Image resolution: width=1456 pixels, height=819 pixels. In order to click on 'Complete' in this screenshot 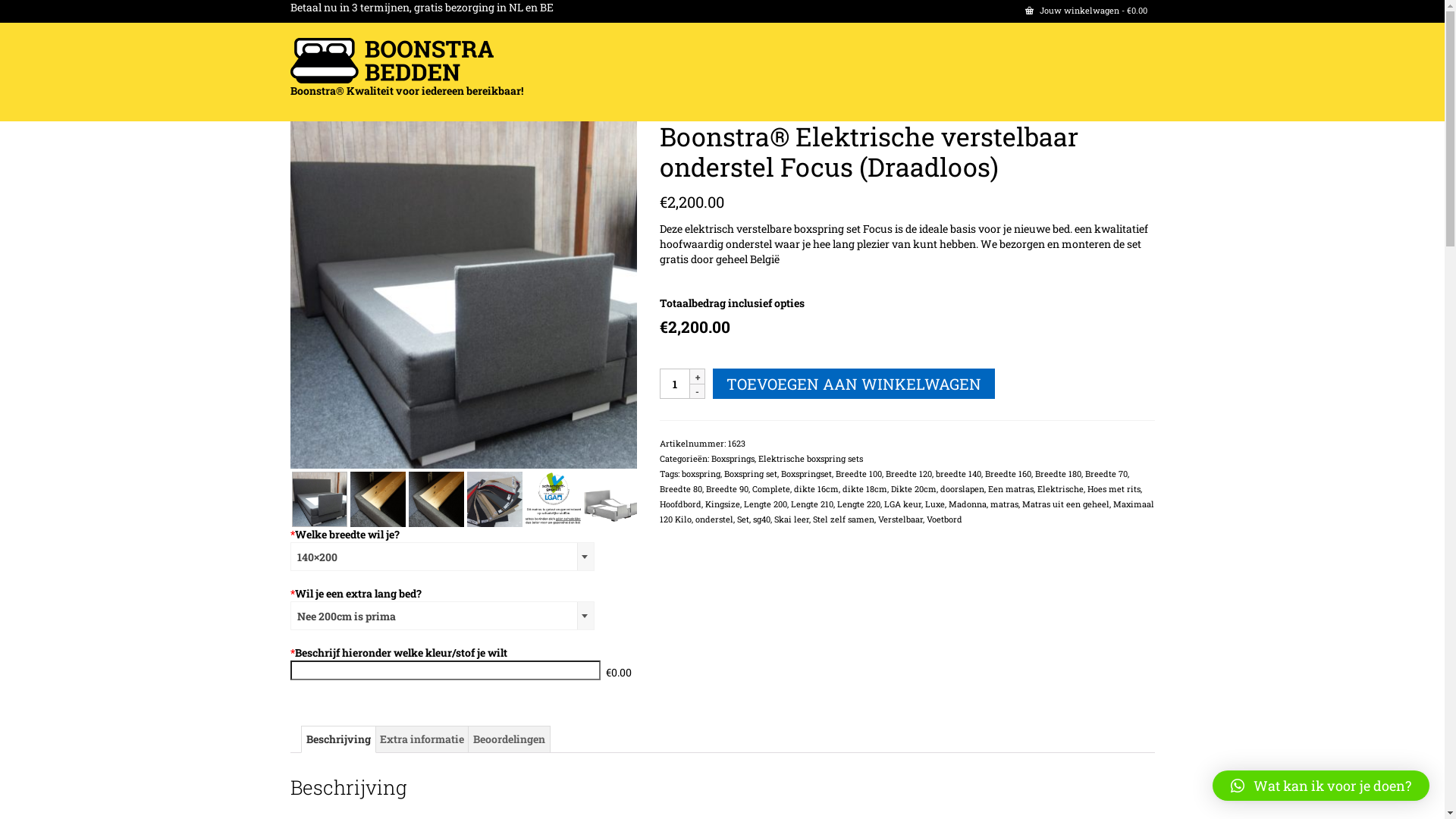, I will do `click(771, 488)`.